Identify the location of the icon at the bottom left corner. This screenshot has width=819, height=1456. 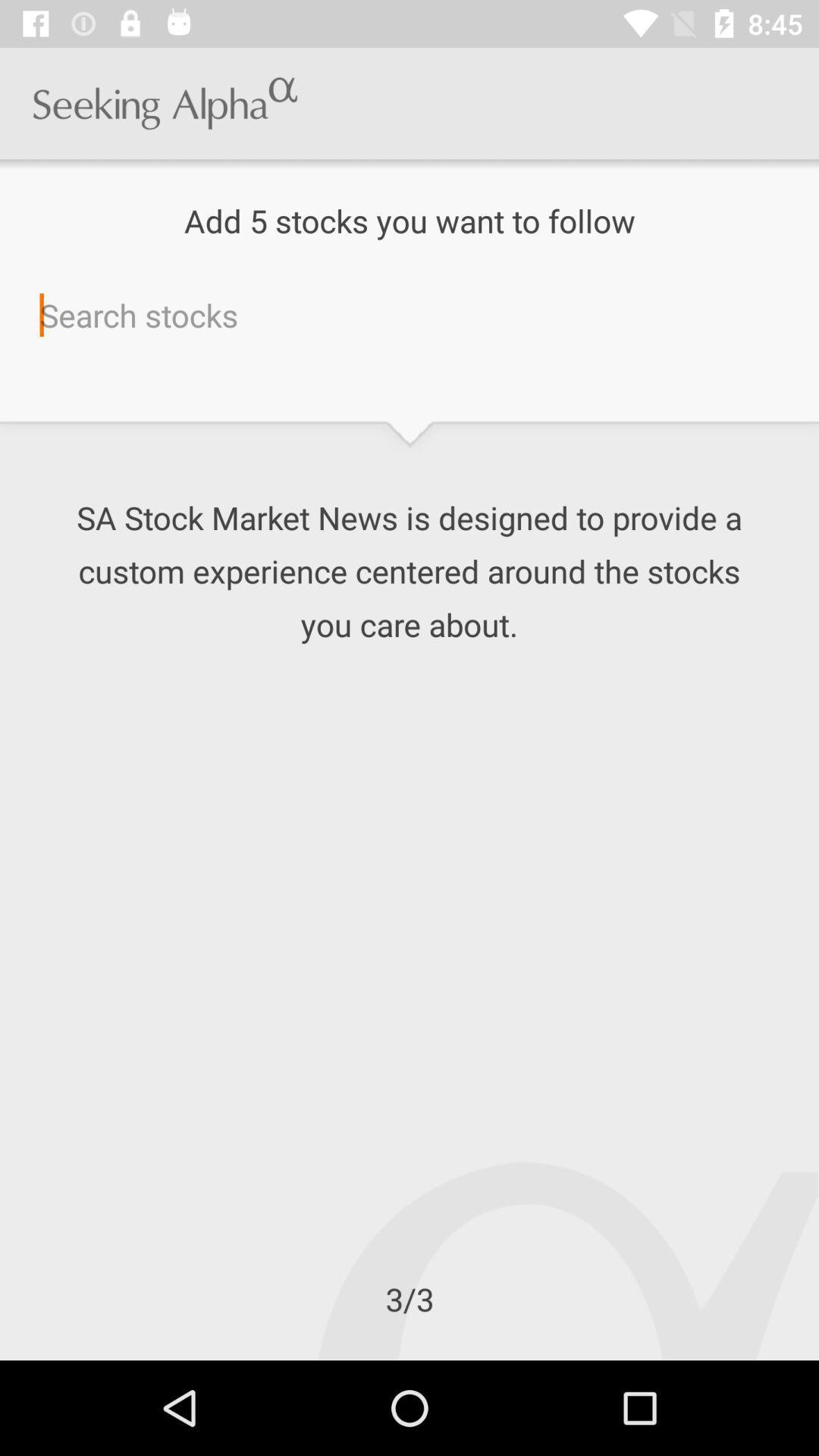
(0, 1360).